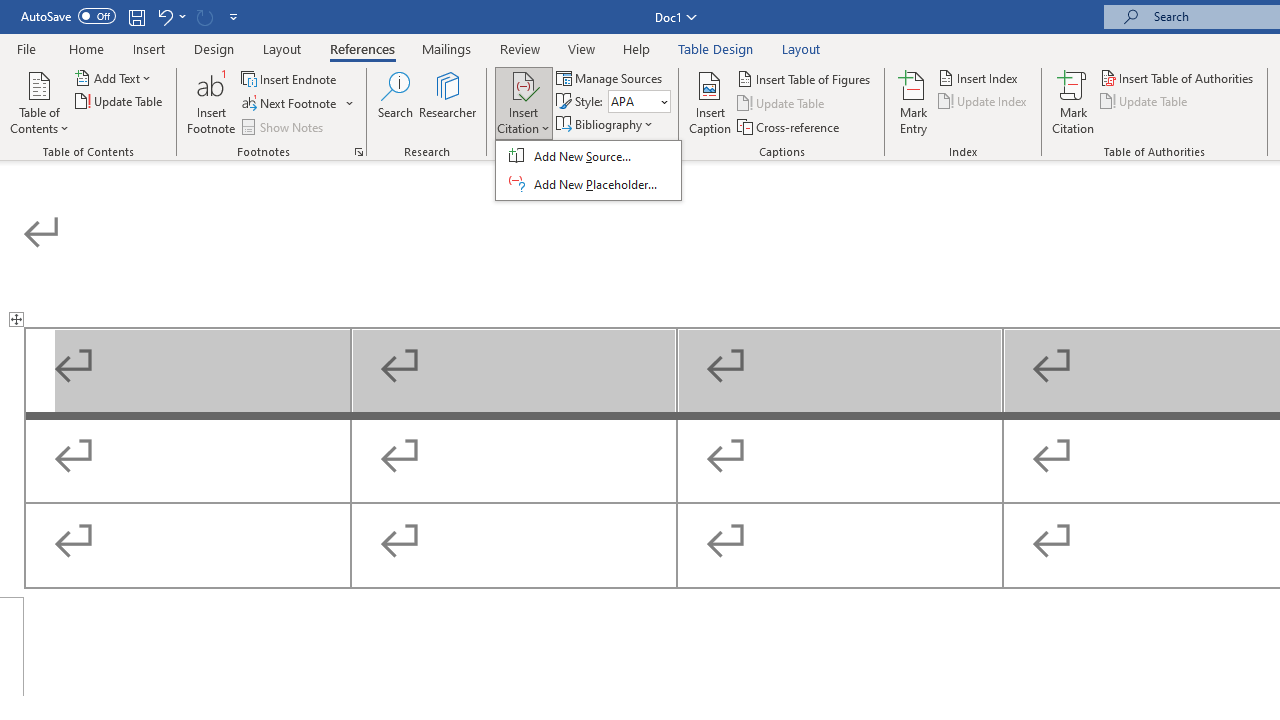 Image resolution: width=1280 pixels, height=720 pixels. Describe the element at coordinates (984, 101) in the screenshot. I see `'Update Index'` at that location.